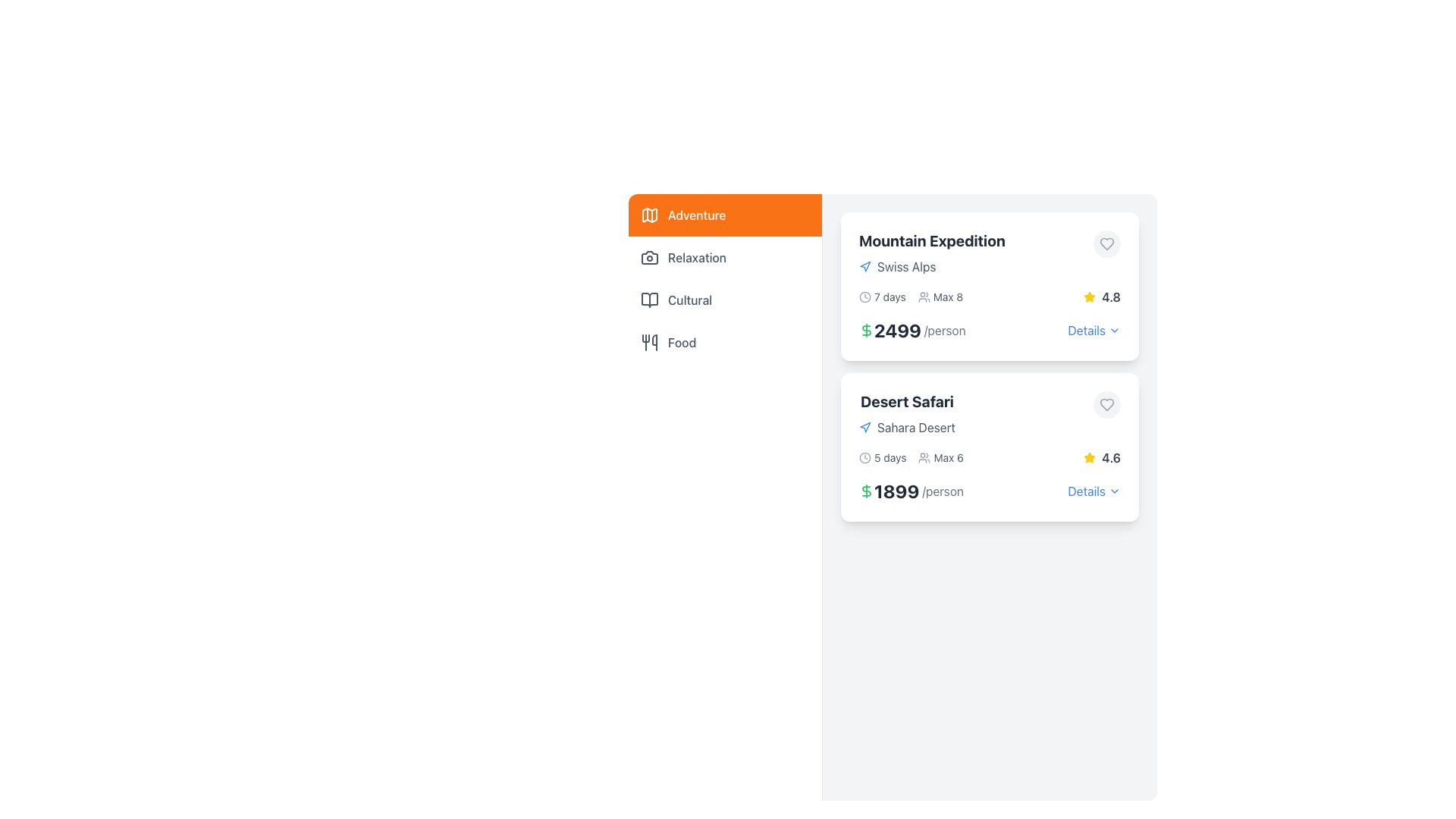  What do you see at coordinates (931, 240) in the screenshot?
I see `title text label of the card, which is centered at the top and provides a summary of the card's contents` at bounding box center [931, 240].